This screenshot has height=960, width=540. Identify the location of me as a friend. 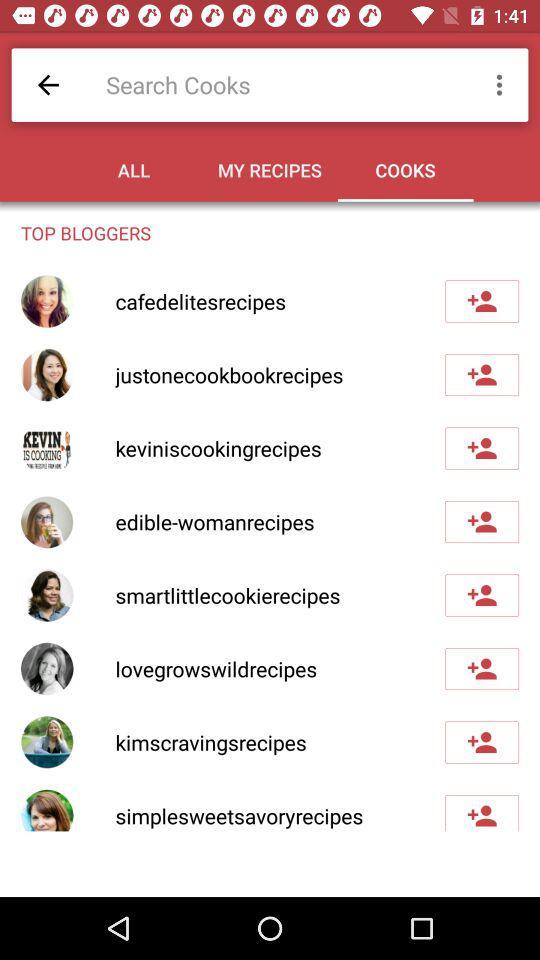
(481, 813).